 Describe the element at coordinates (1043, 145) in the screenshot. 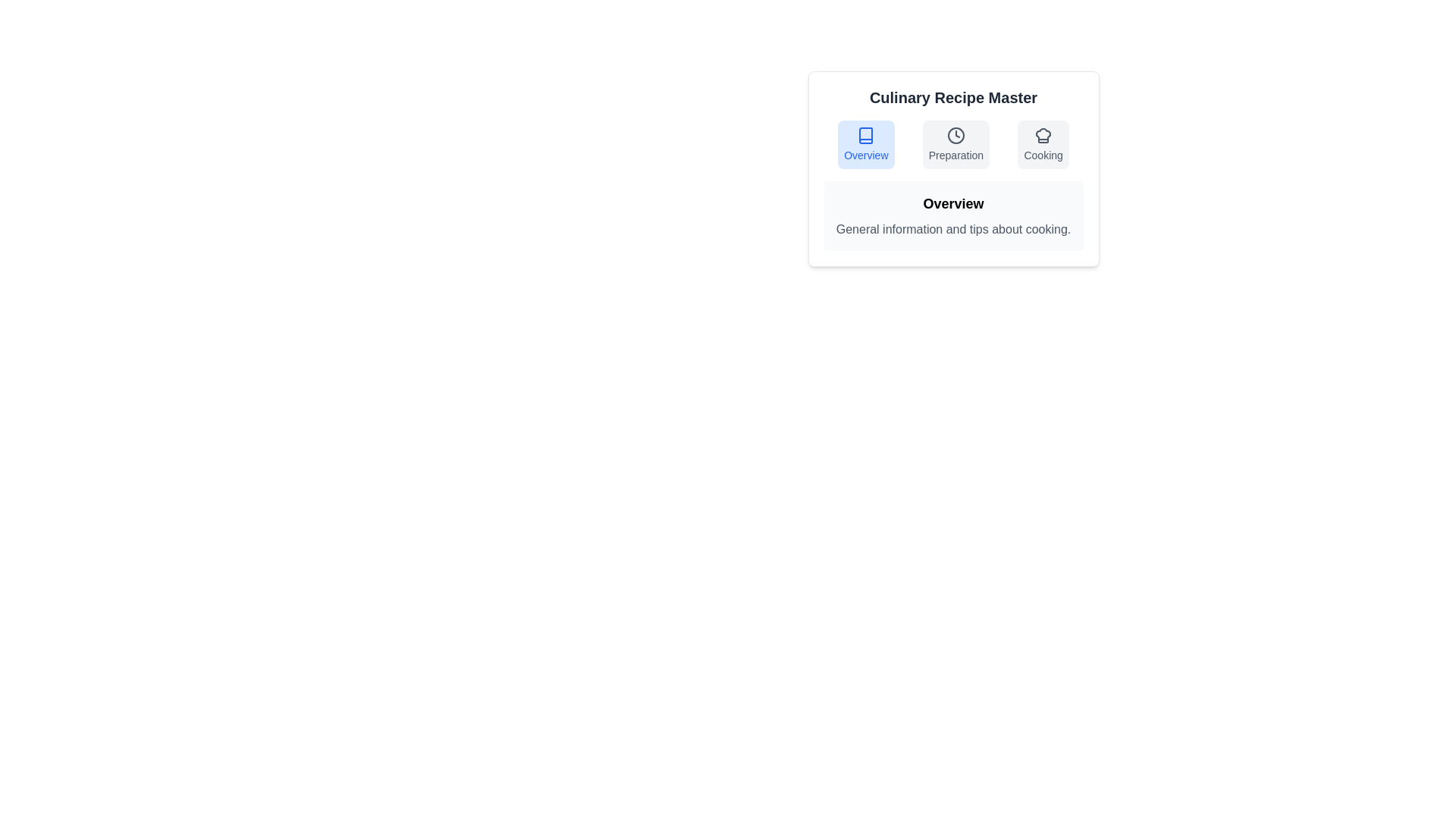

I see `the tab labeled Cooking to view its content` at that location.